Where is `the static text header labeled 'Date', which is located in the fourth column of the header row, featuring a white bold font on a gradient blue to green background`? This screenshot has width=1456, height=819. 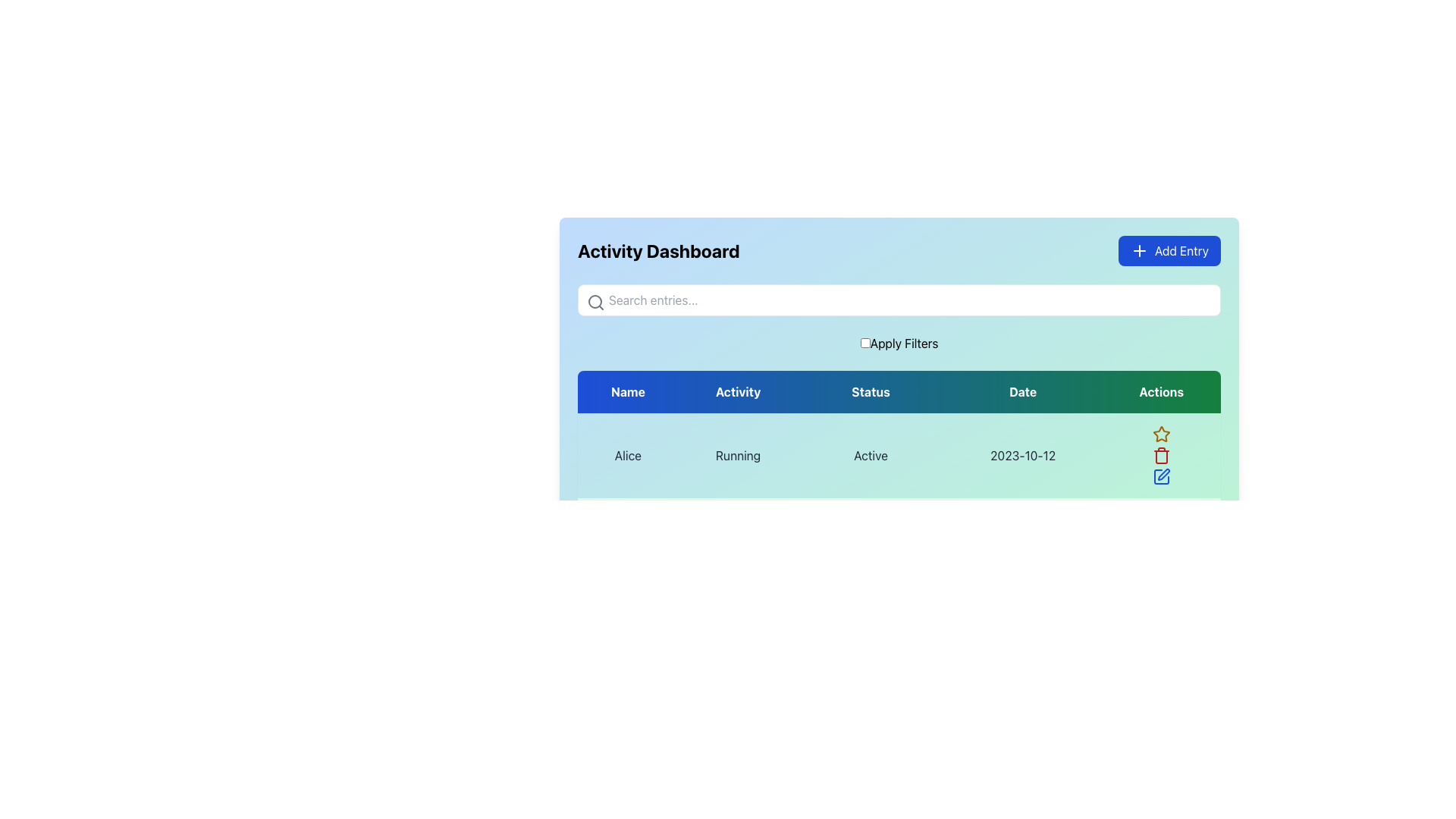
the static text header labeled 'Date', which is located in the fourth column of the header row, featuring a white bold font on a gradient blue to green background is located at coordinates (1023, 391).